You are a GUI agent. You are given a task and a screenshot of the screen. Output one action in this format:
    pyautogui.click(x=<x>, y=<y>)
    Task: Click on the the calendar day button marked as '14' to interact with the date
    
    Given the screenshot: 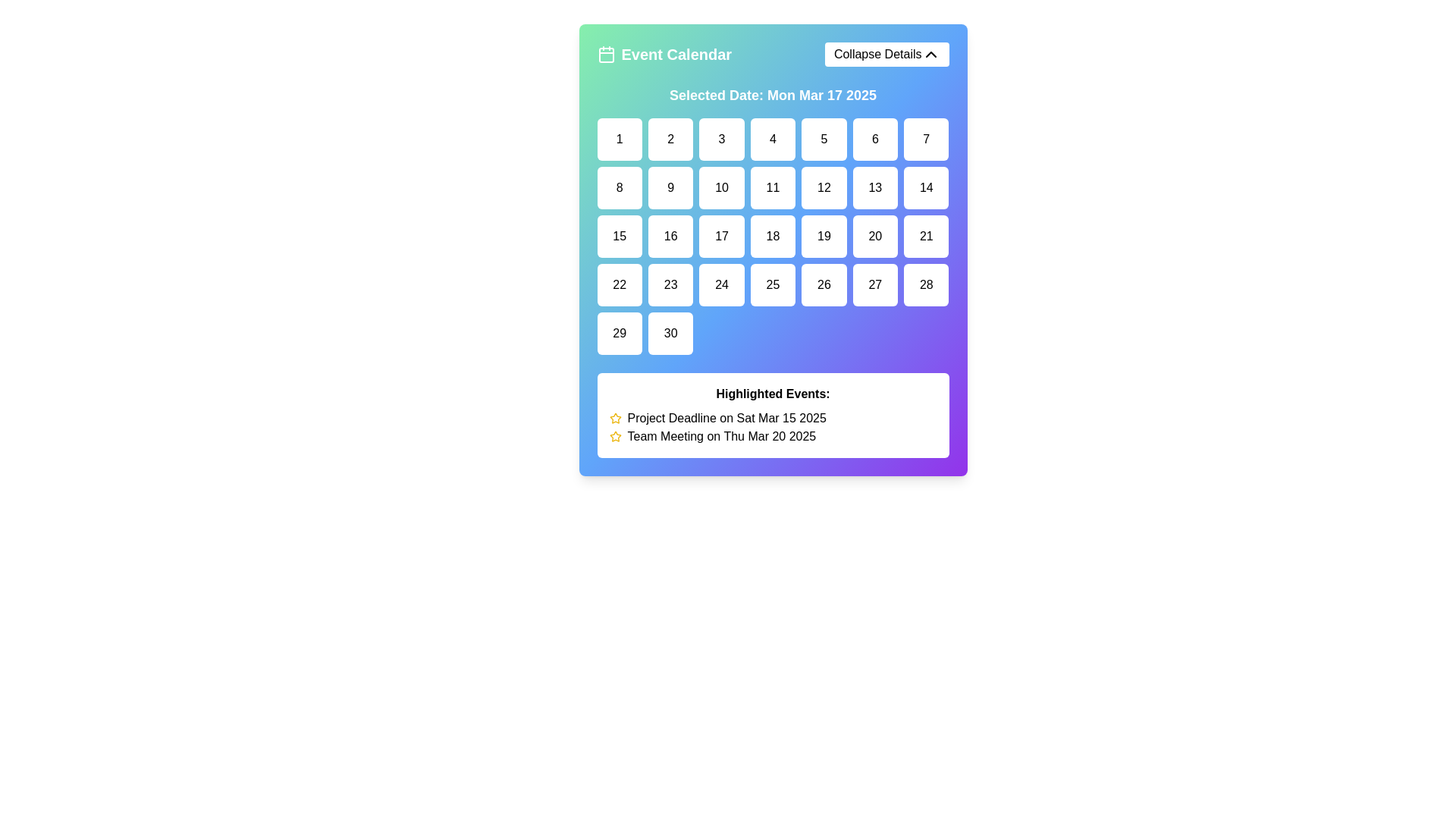 What is the action you would take?
    pyautogui.click(x=925, y=187)
    